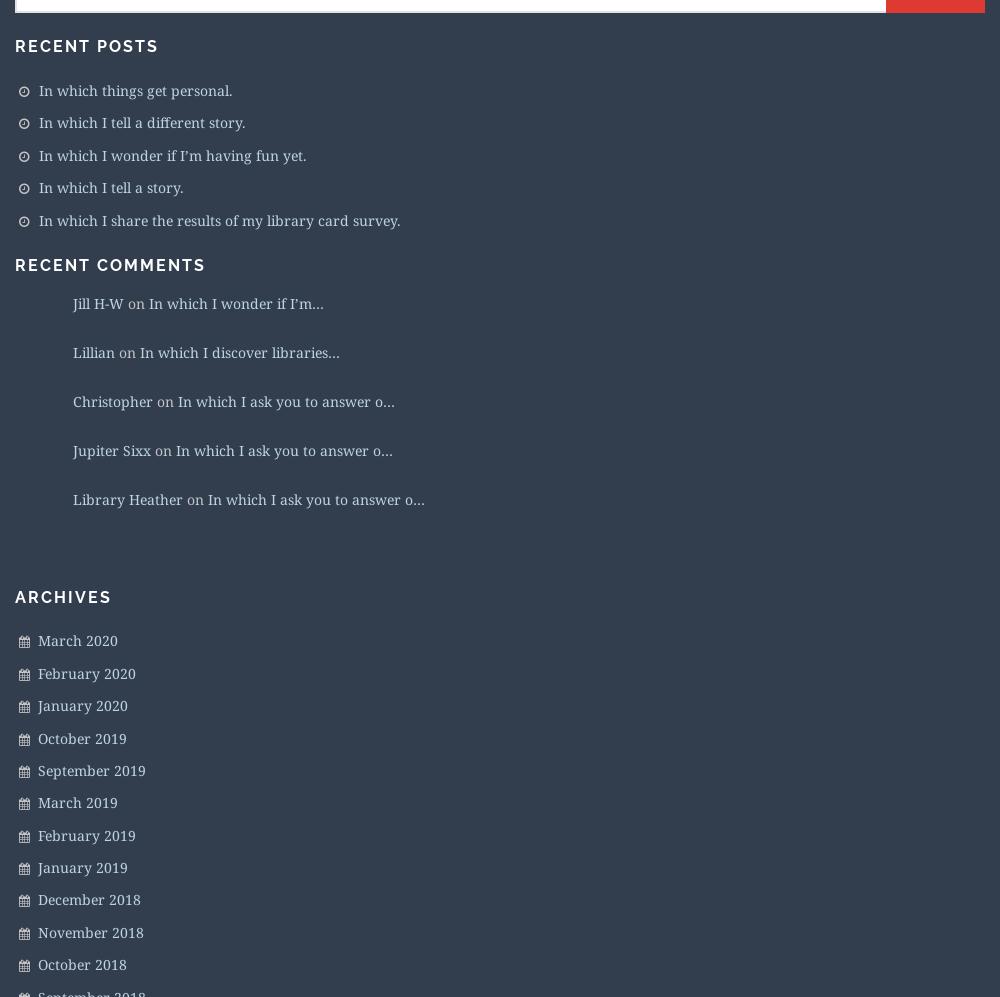  What do you see at coordinates (82, 866) in the screenshot?
I see `'January 2019'` at bounding box center [82, 866].